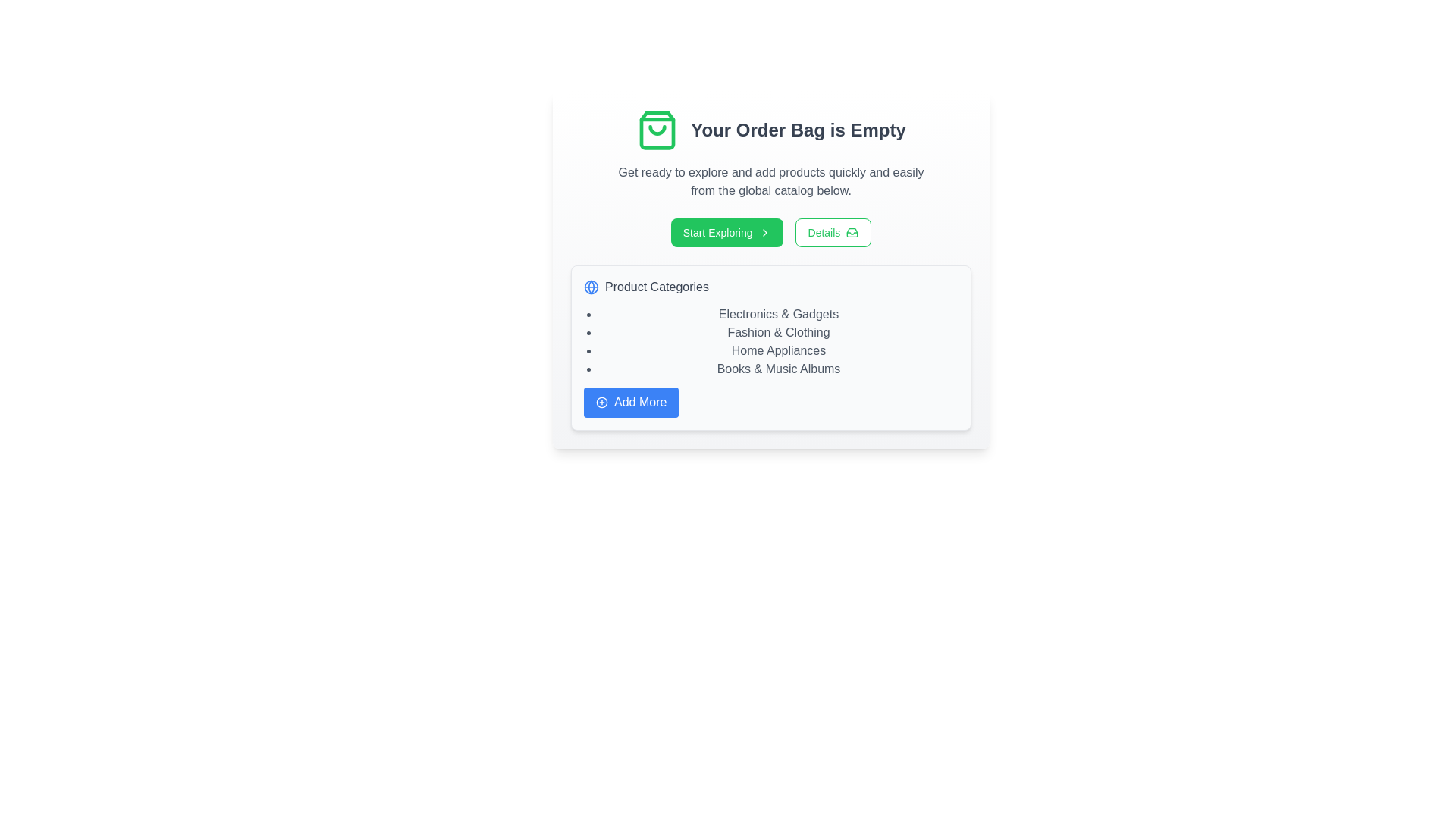  What do you see at coordinates (771, 342) in the screenshot?
I see `an individual item in the bulleted list of product categories located within the 'Product Categories' section` at bounding box center [771, 342].